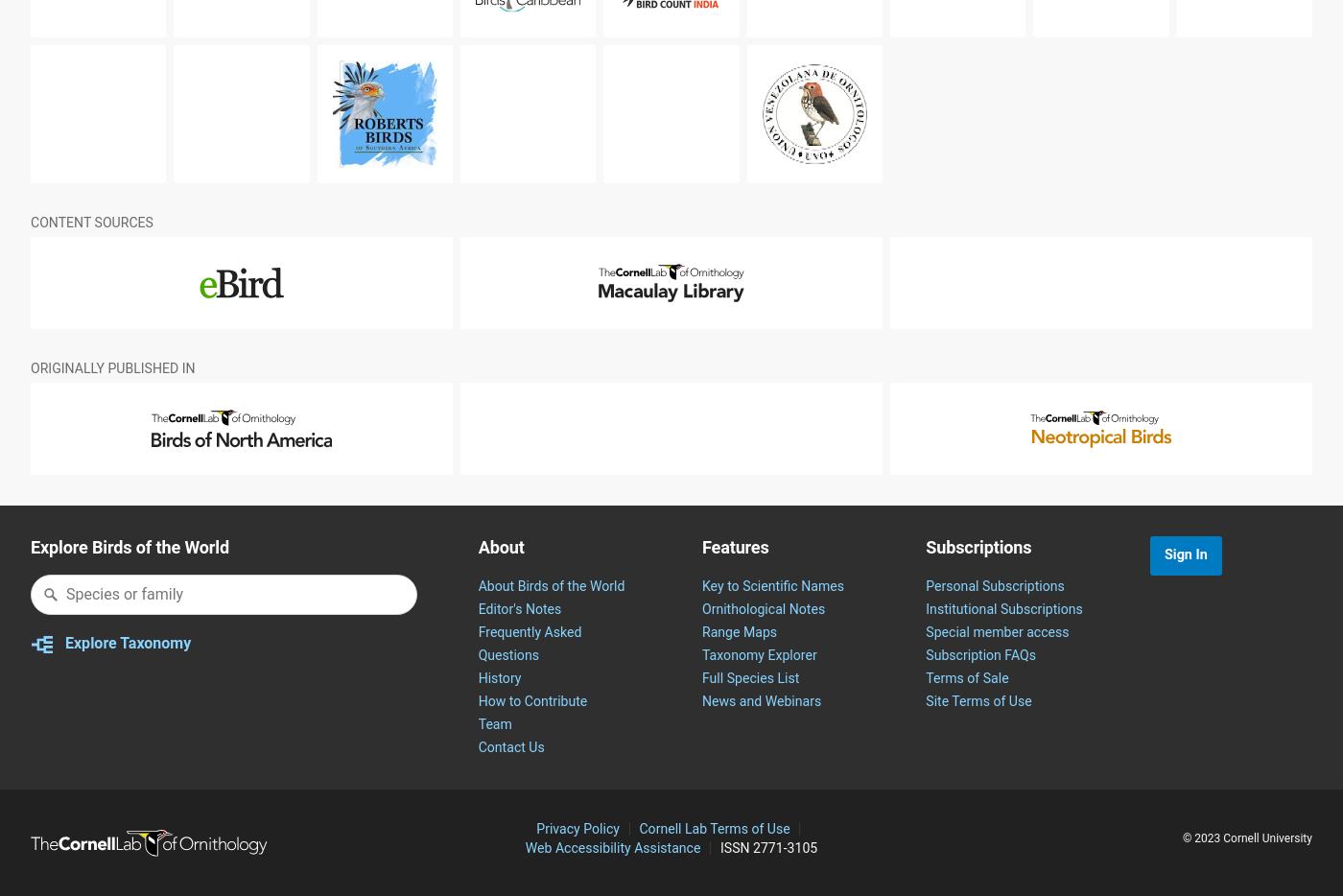 The height and width of the screenshot is (896, 1343). What do you see at coordinates (501, 594) in the screenshot?
I see `'About'` at bounding box center [501, 594].